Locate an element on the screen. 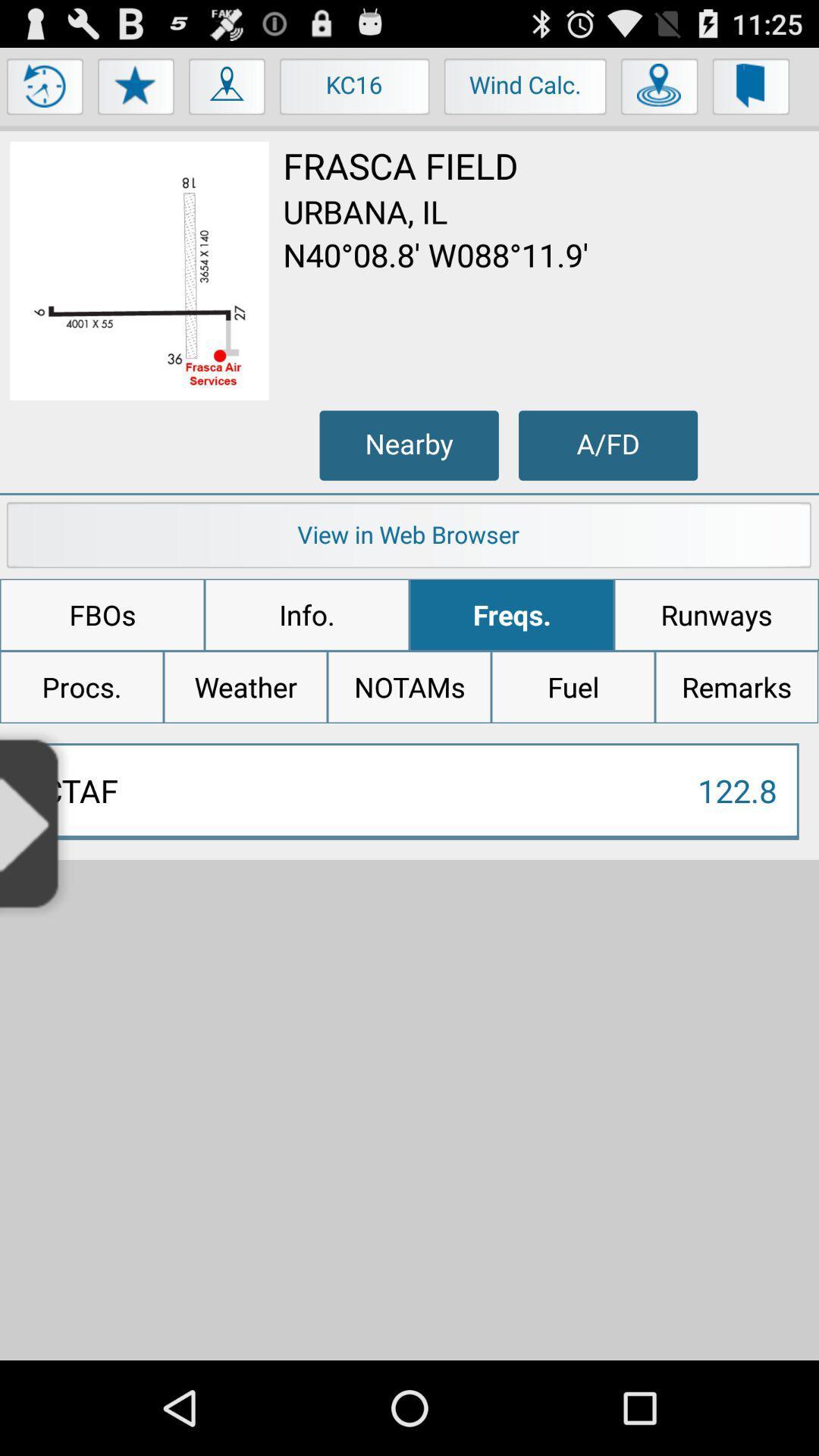  the button next to kc16 is located at coordinates (525, 89).